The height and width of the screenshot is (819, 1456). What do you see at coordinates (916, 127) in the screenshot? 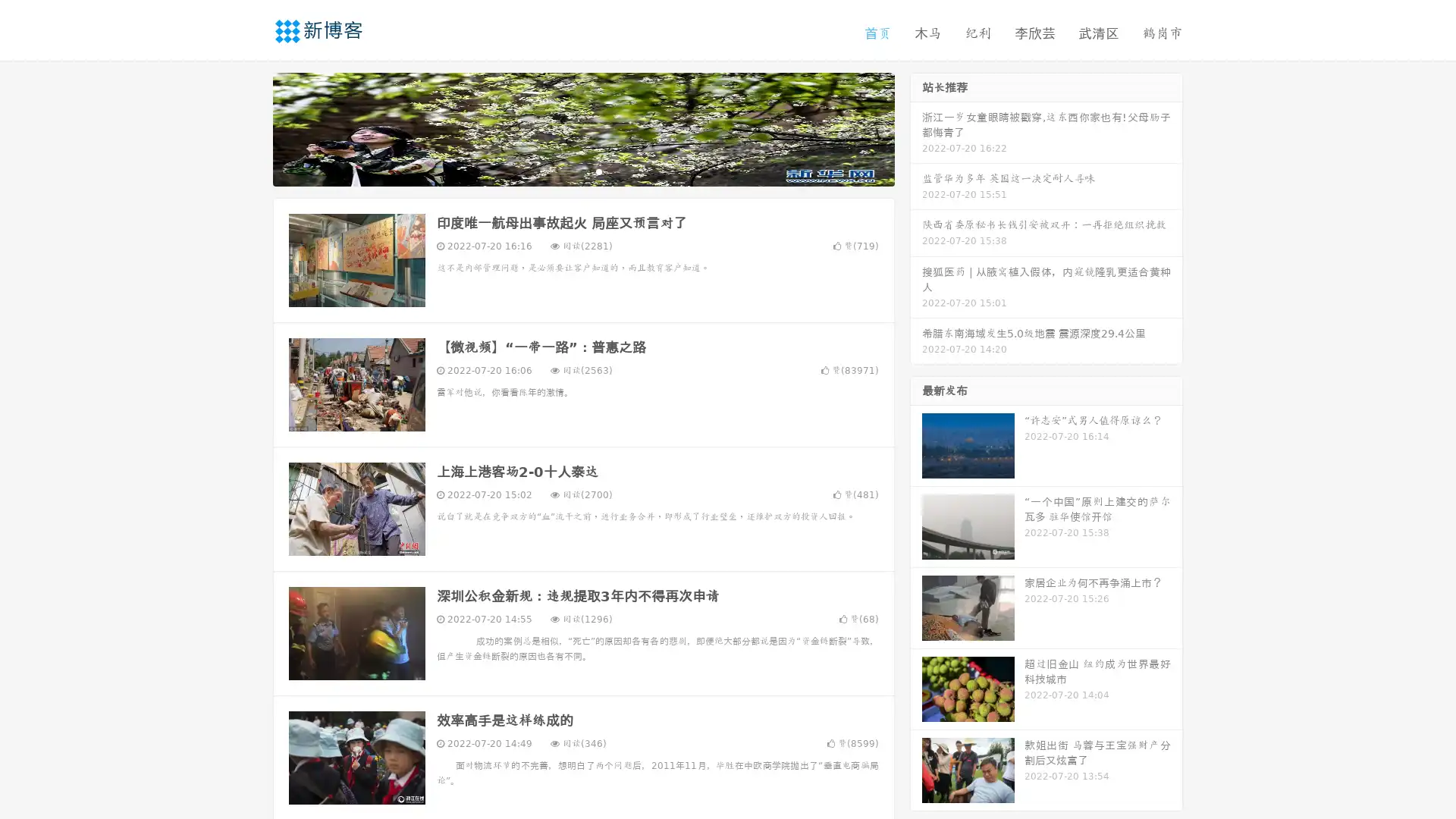
I see `Next slide` at bounding box center [916, 127].